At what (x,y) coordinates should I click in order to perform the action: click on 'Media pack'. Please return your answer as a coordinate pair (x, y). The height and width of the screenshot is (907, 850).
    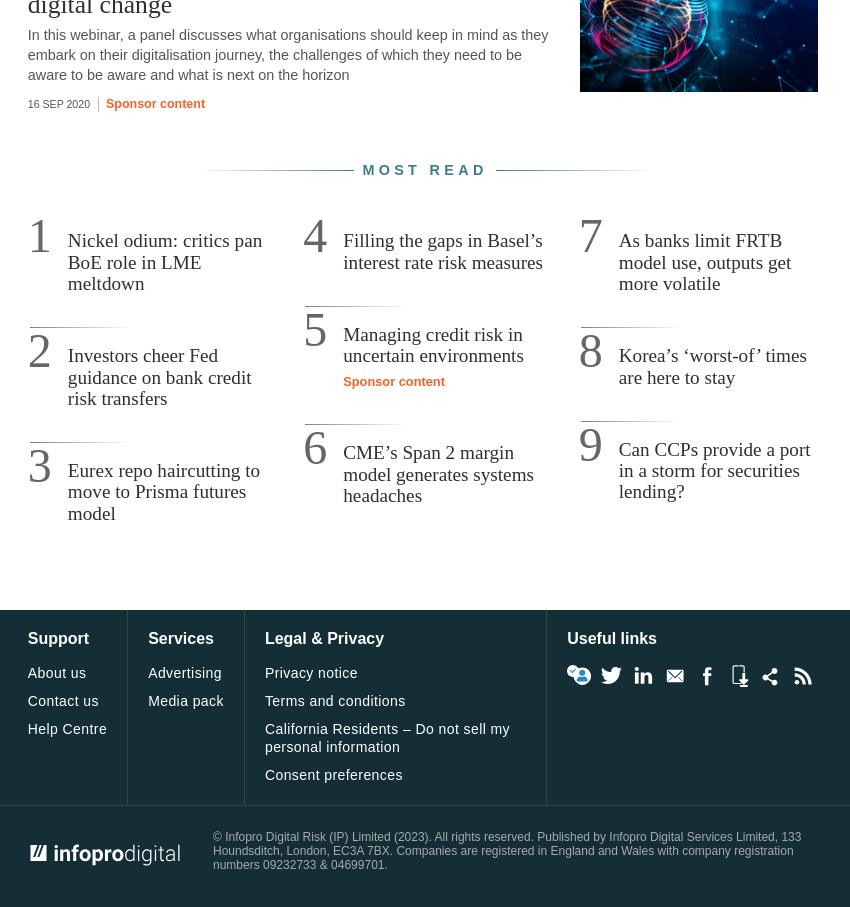
    Looking at the image, I should click on (184, 700).